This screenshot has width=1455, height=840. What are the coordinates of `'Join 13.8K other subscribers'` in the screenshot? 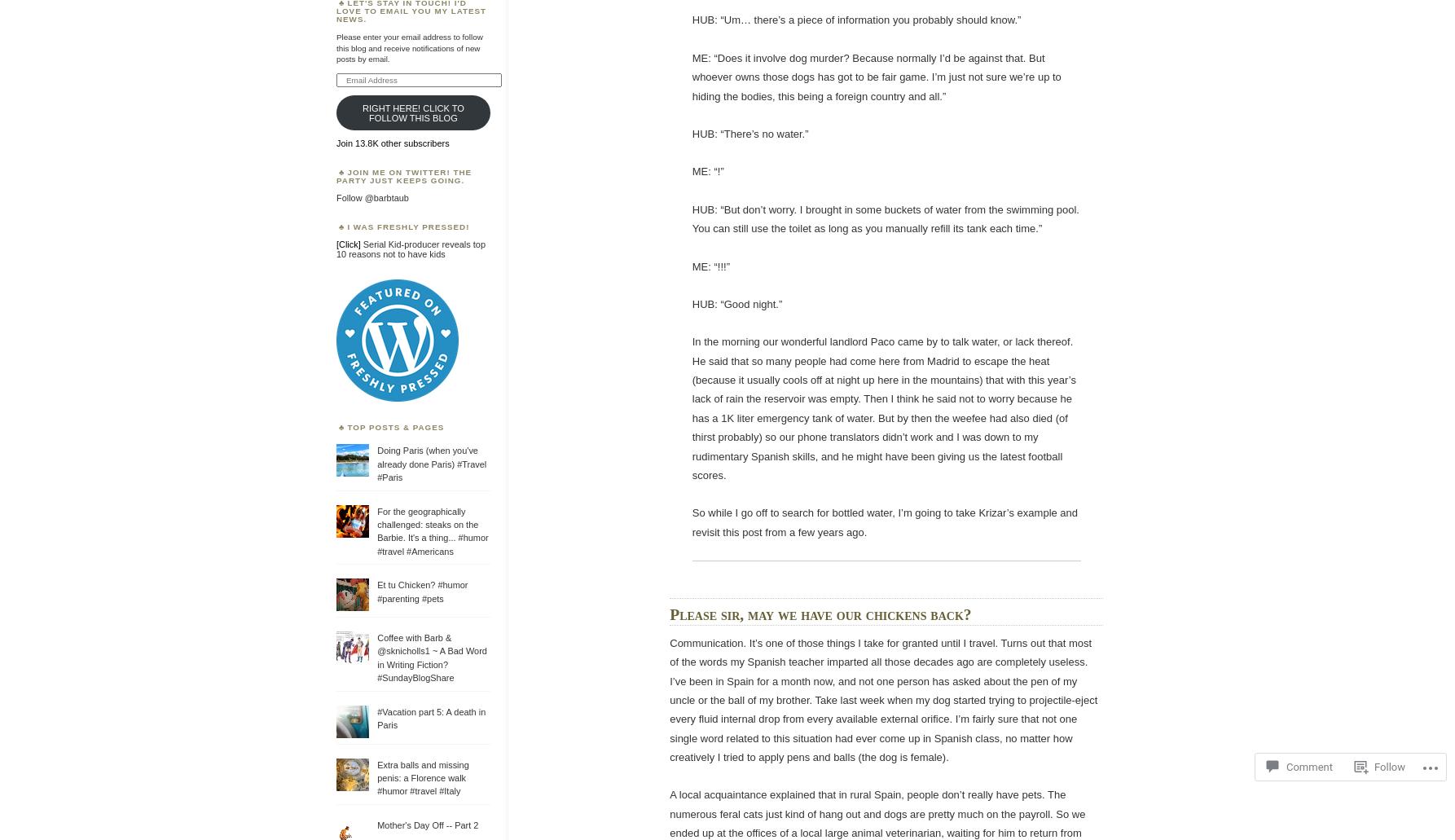 It's located at (336, 142).